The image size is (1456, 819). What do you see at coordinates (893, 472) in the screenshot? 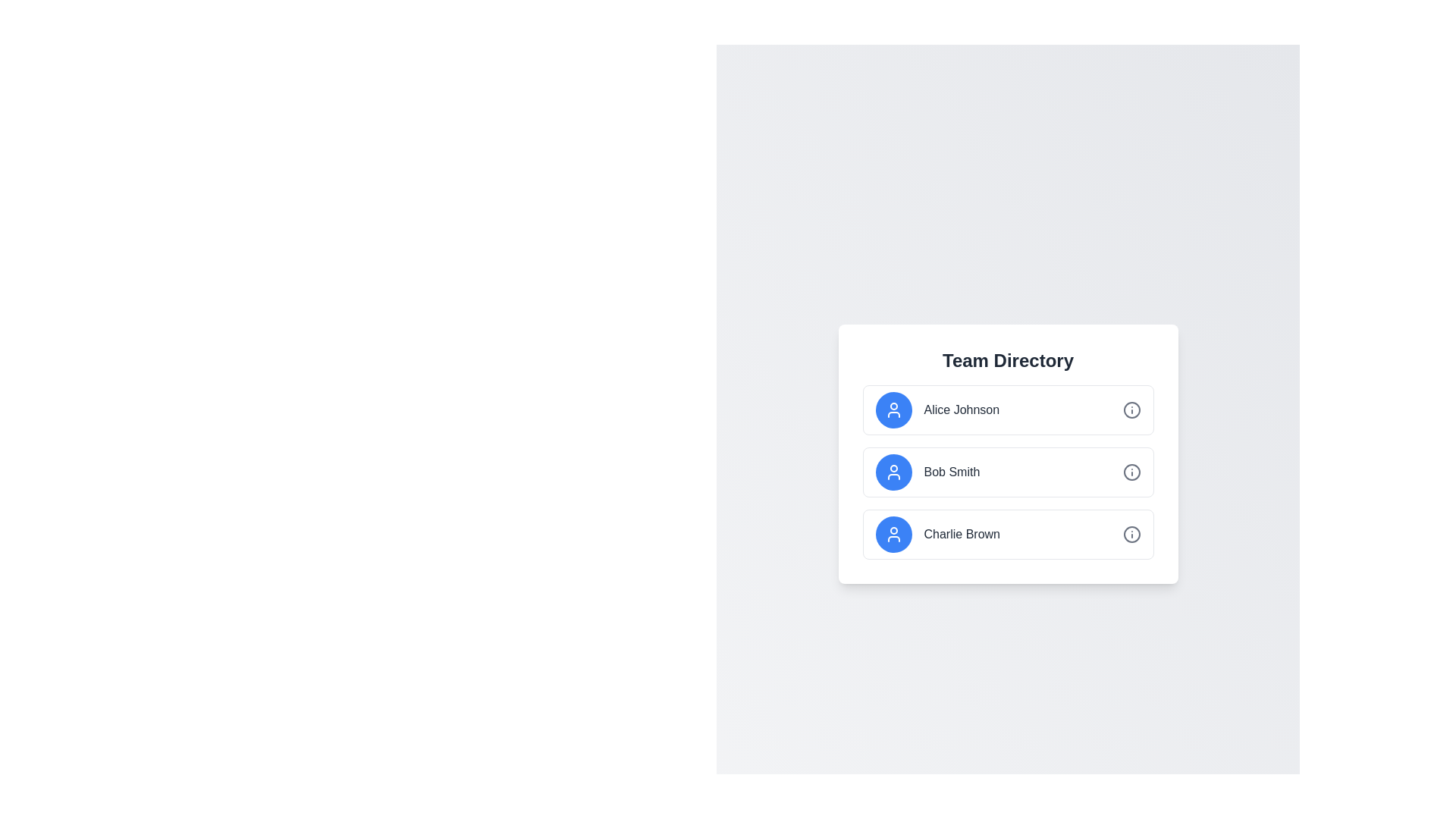
I see `the changes in appearance of the user icon representing Bob Smith when hovering over it` at bounding box center [893, 472].